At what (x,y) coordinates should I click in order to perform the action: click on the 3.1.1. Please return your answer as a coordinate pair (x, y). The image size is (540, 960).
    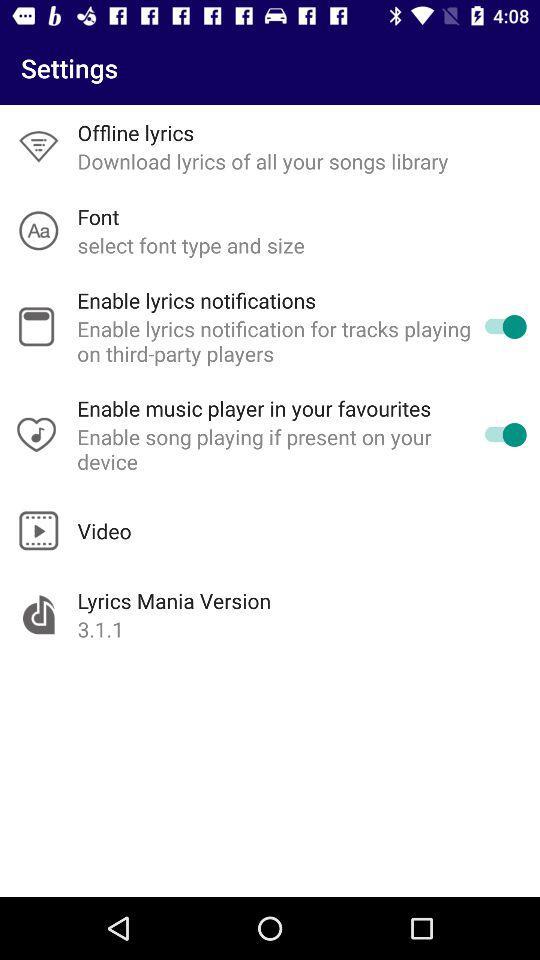
    Looking at the image, I should click on (99, 628).